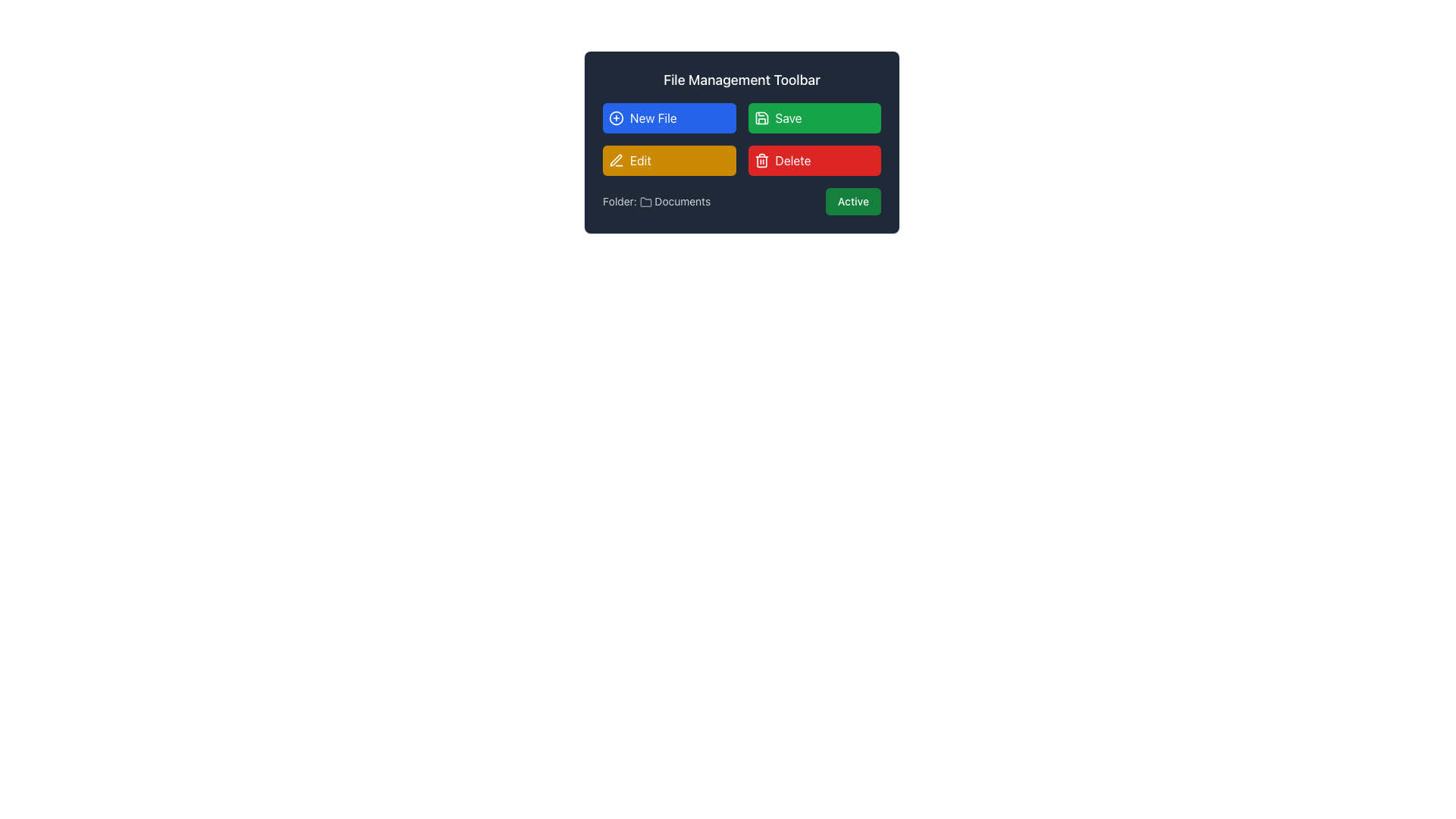 This screenshot has height=819, width=1456. Describe the element at coordinates (616, 160) in the screenshot. I see `the pen tool icon representing the 'Edit' action, located centrally within the 'Edit' button in the second row of the toolbar interface` at that location.